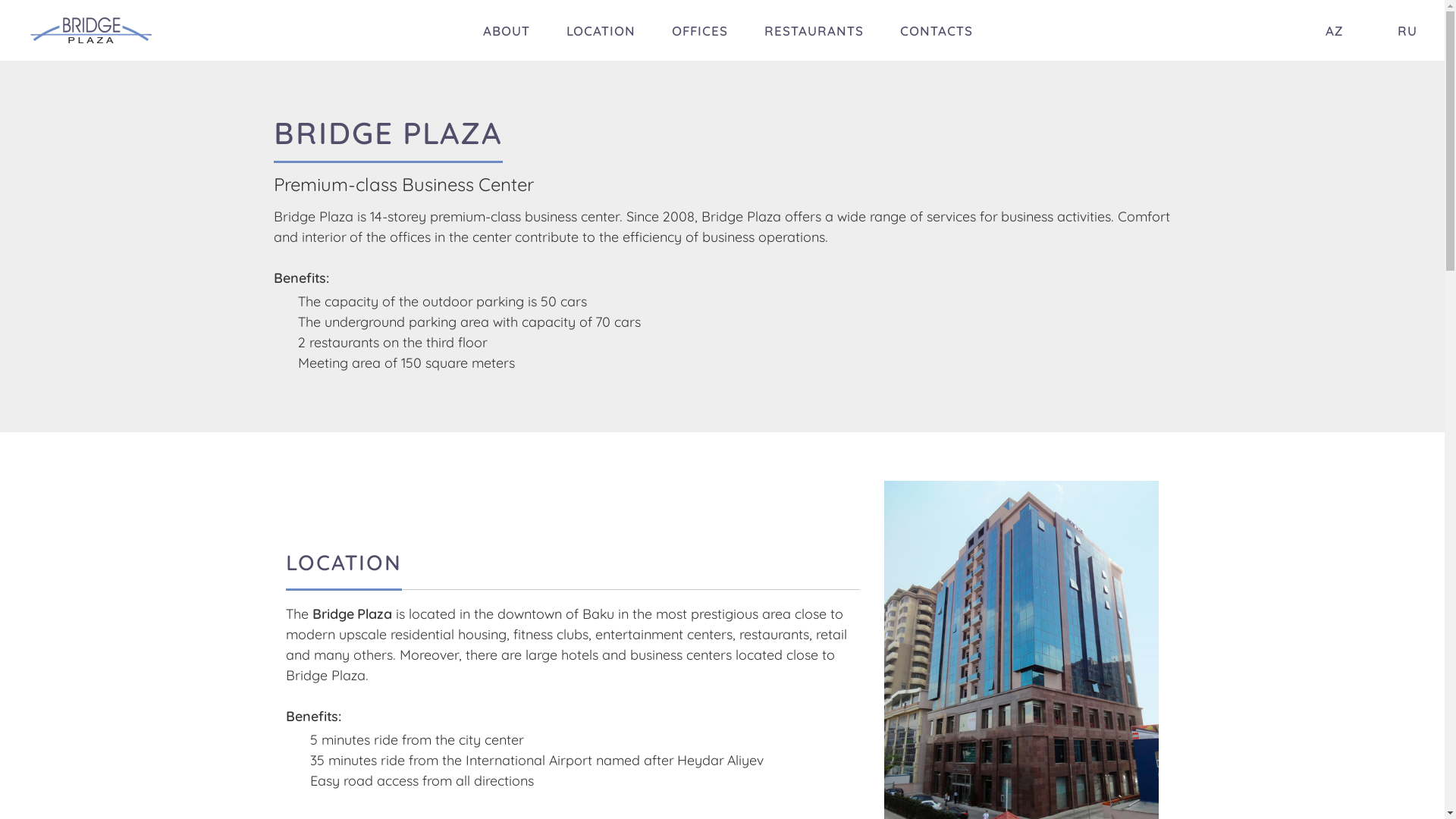  Describe the element at coordinates (506, 30) in the screenshot. I see `'ABOUT'` at that location.